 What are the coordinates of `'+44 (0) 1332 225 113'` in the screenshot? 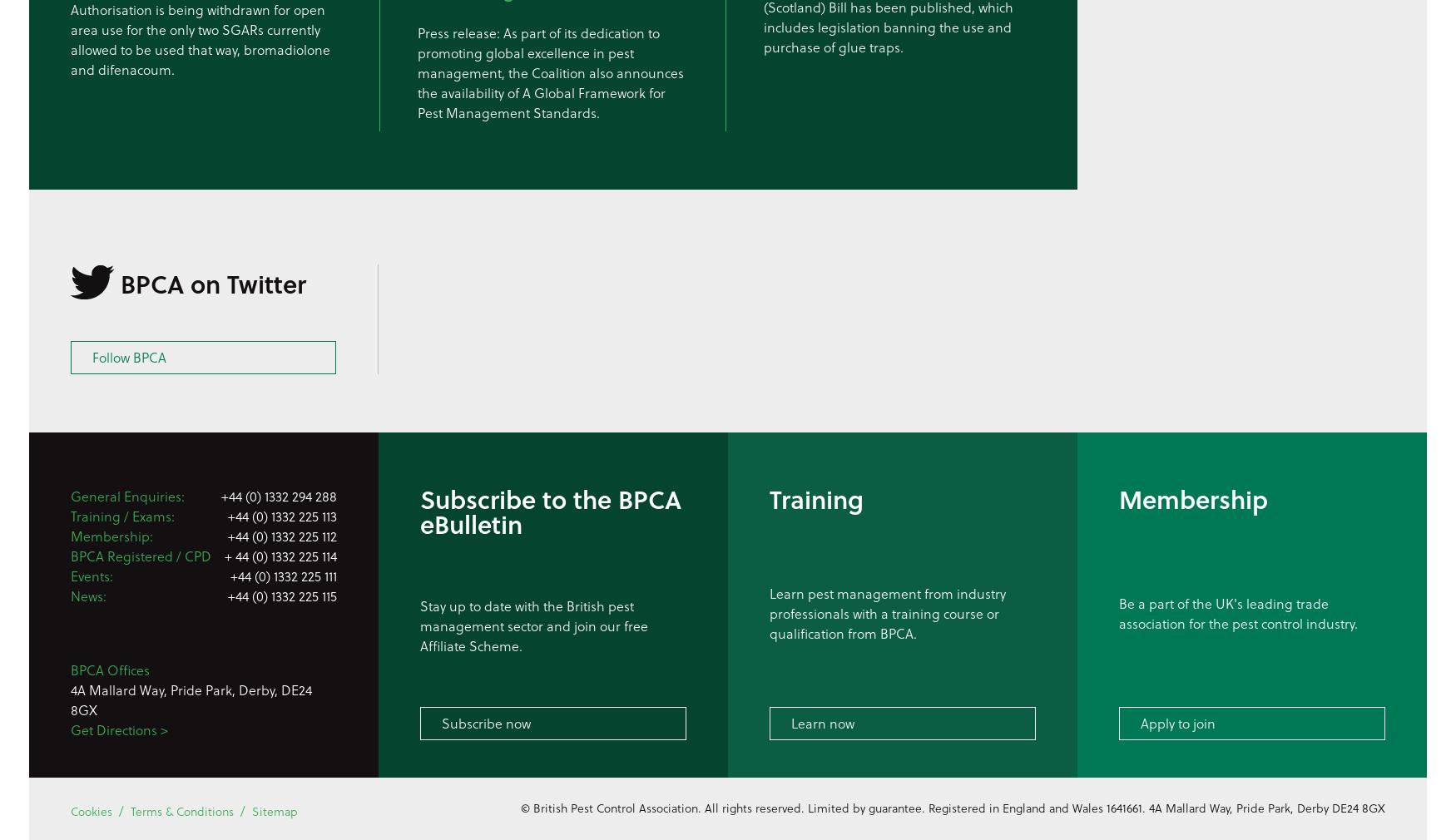 It's located at (282, 515).